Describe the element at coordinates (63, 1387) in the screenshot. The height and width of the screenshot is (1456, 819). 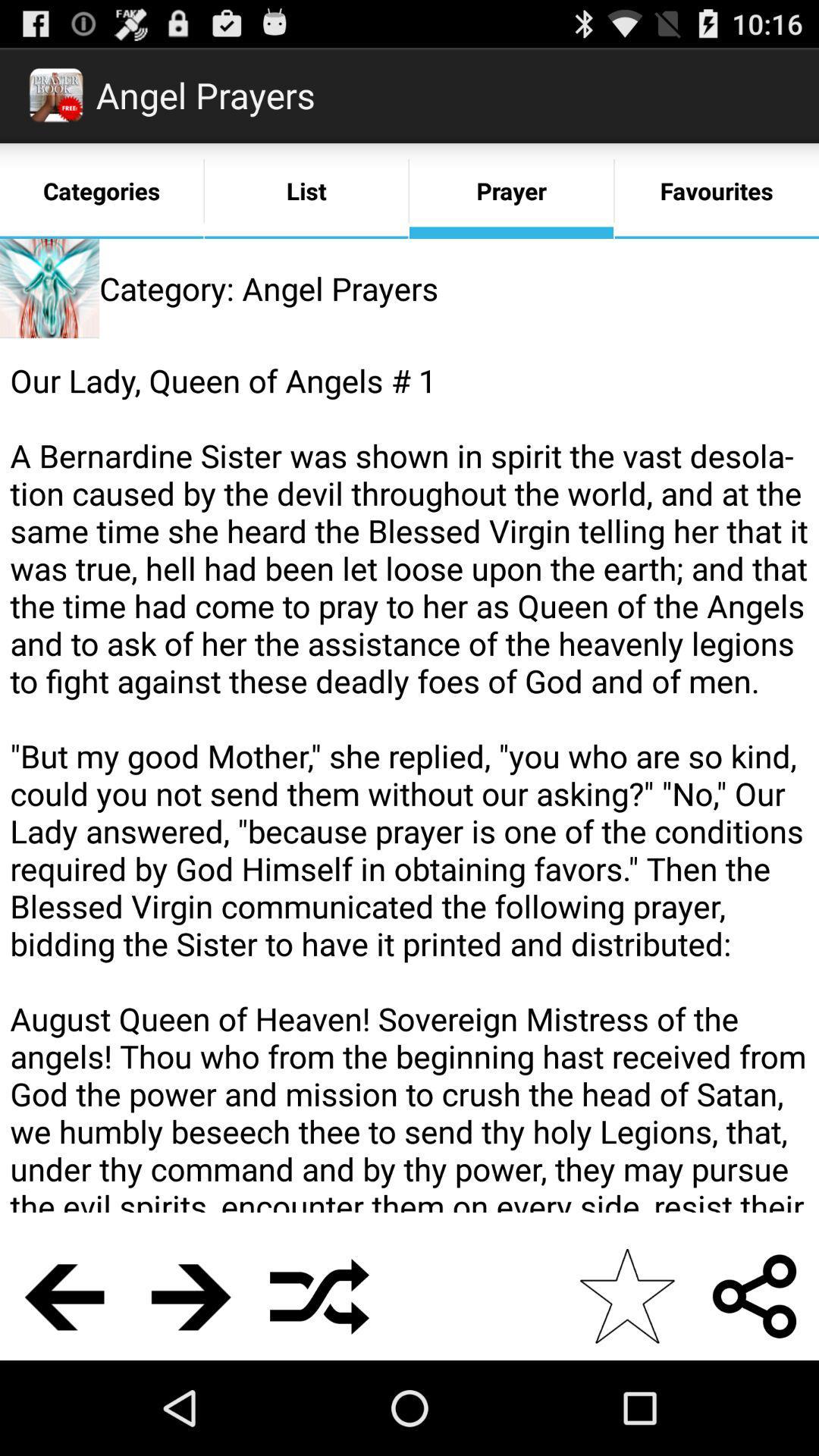
I see `the arrow_backward icon` at that location.